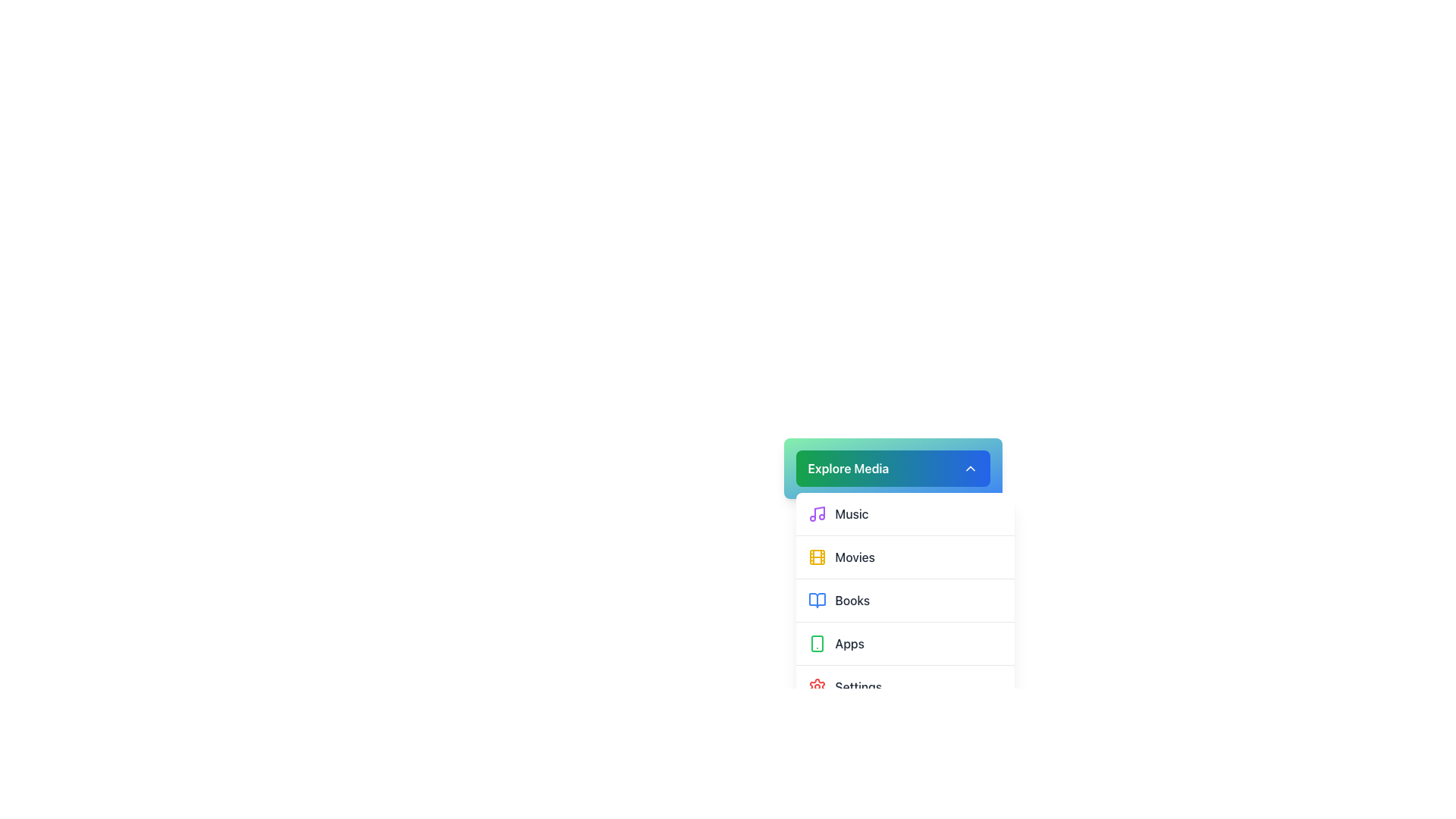  What do you see at coordinates (893, 467) in the screenshot?
I see `the dropdown toggle button located at the top of the dropdown menu interface` at bounding box center [893, 467].